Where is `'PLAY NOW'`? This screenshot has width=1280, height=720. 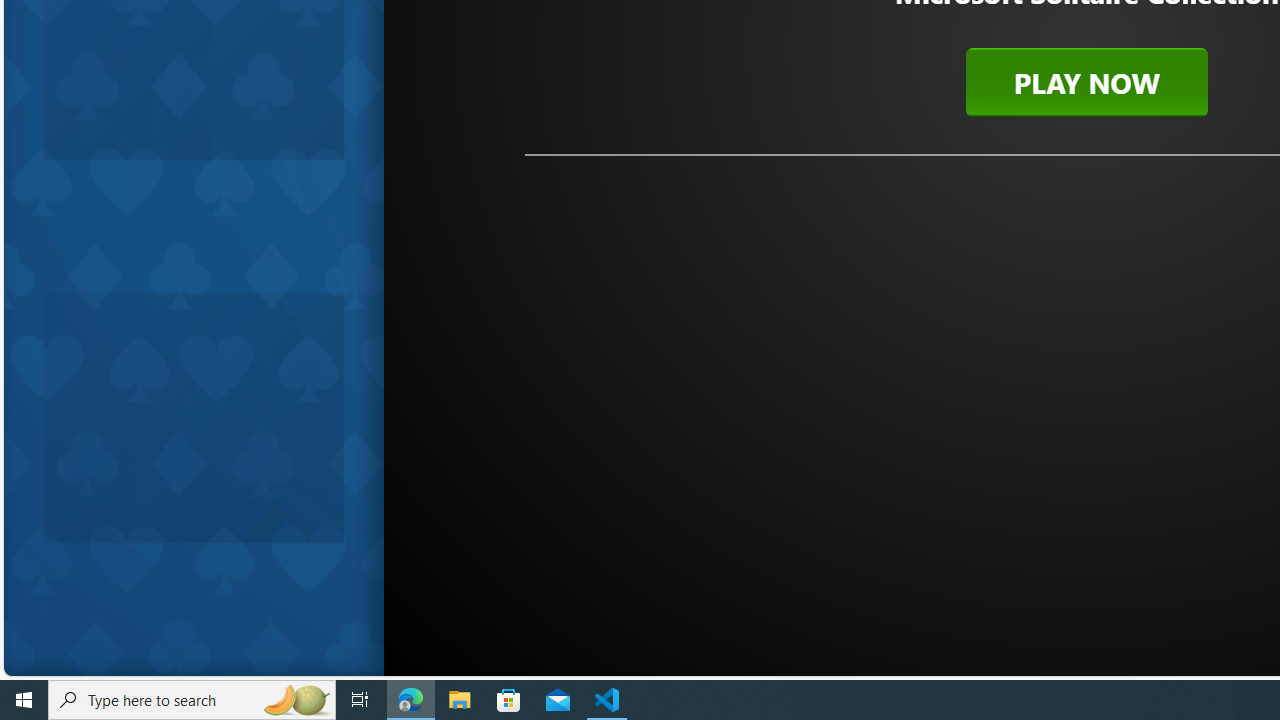 'PLAY NOW' is located at coordinates (1085, 81).